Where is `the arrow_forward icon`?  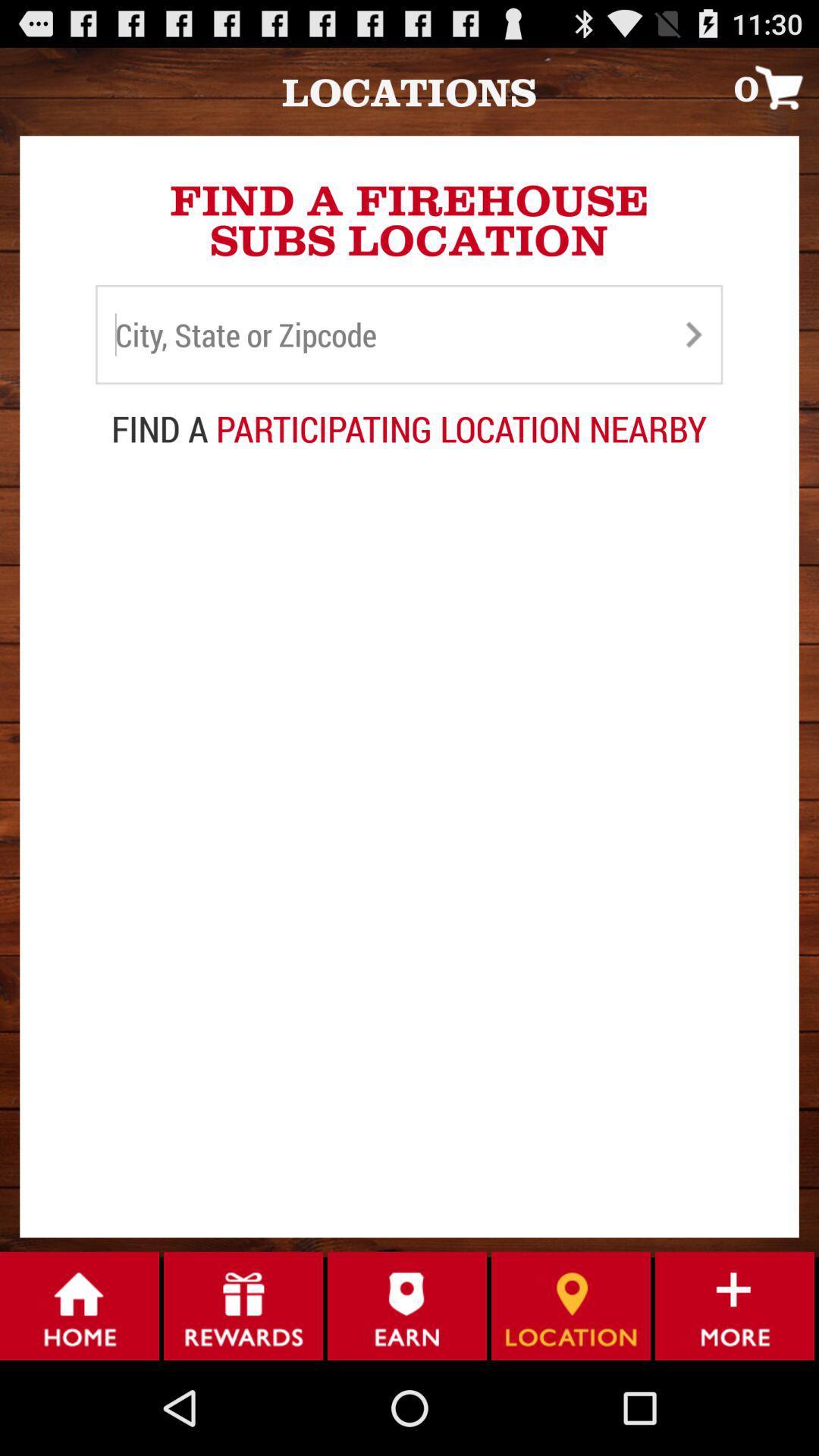
the arrow_forward icon is located at coordinates (693, 357).